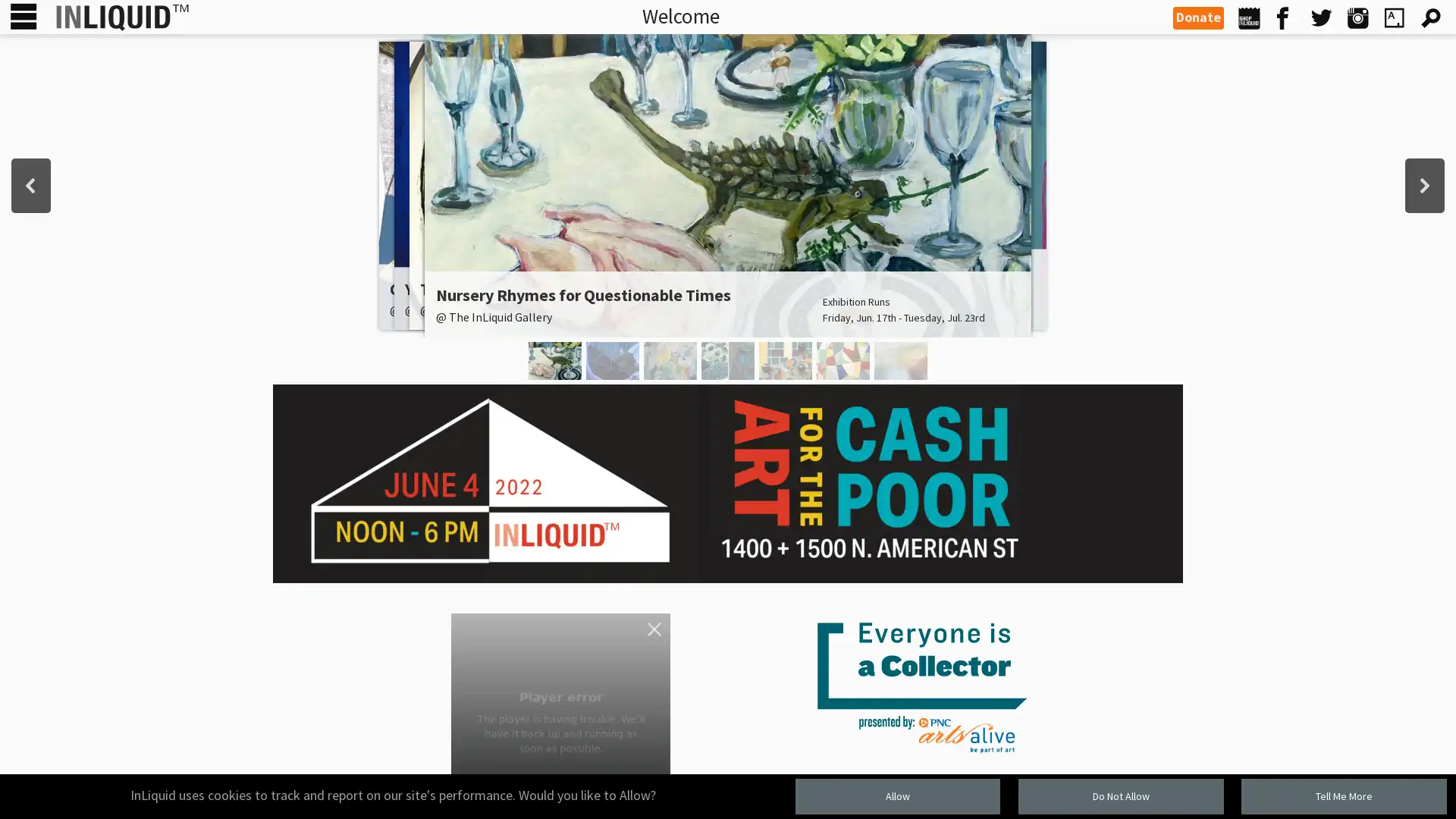 This screenshot has width=1456, height=819. I want to click on Justin Snow, so click(900, 360).